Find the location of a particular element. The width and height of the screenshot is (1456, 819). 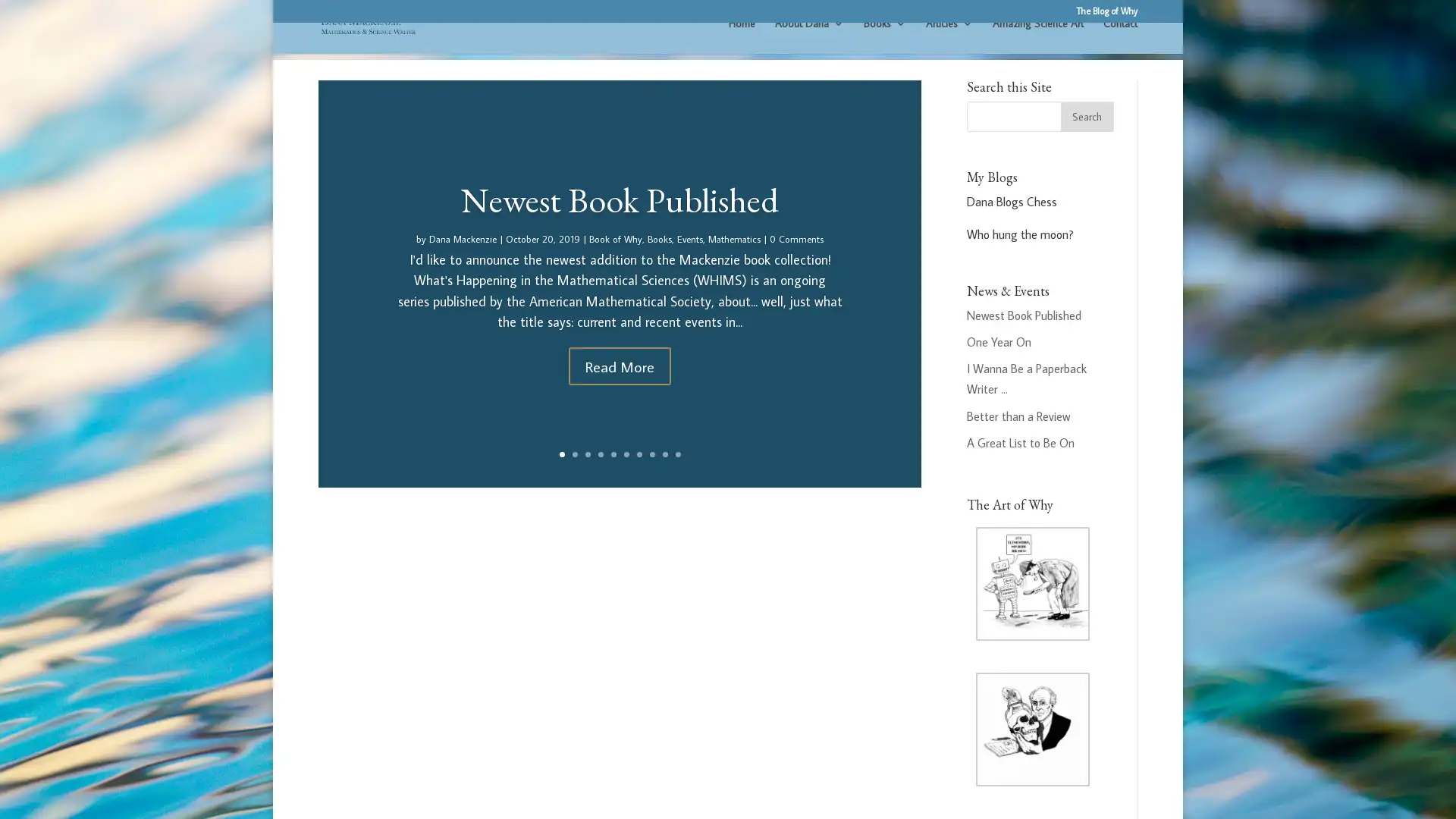

Search is located at coordinates (1086, 133).